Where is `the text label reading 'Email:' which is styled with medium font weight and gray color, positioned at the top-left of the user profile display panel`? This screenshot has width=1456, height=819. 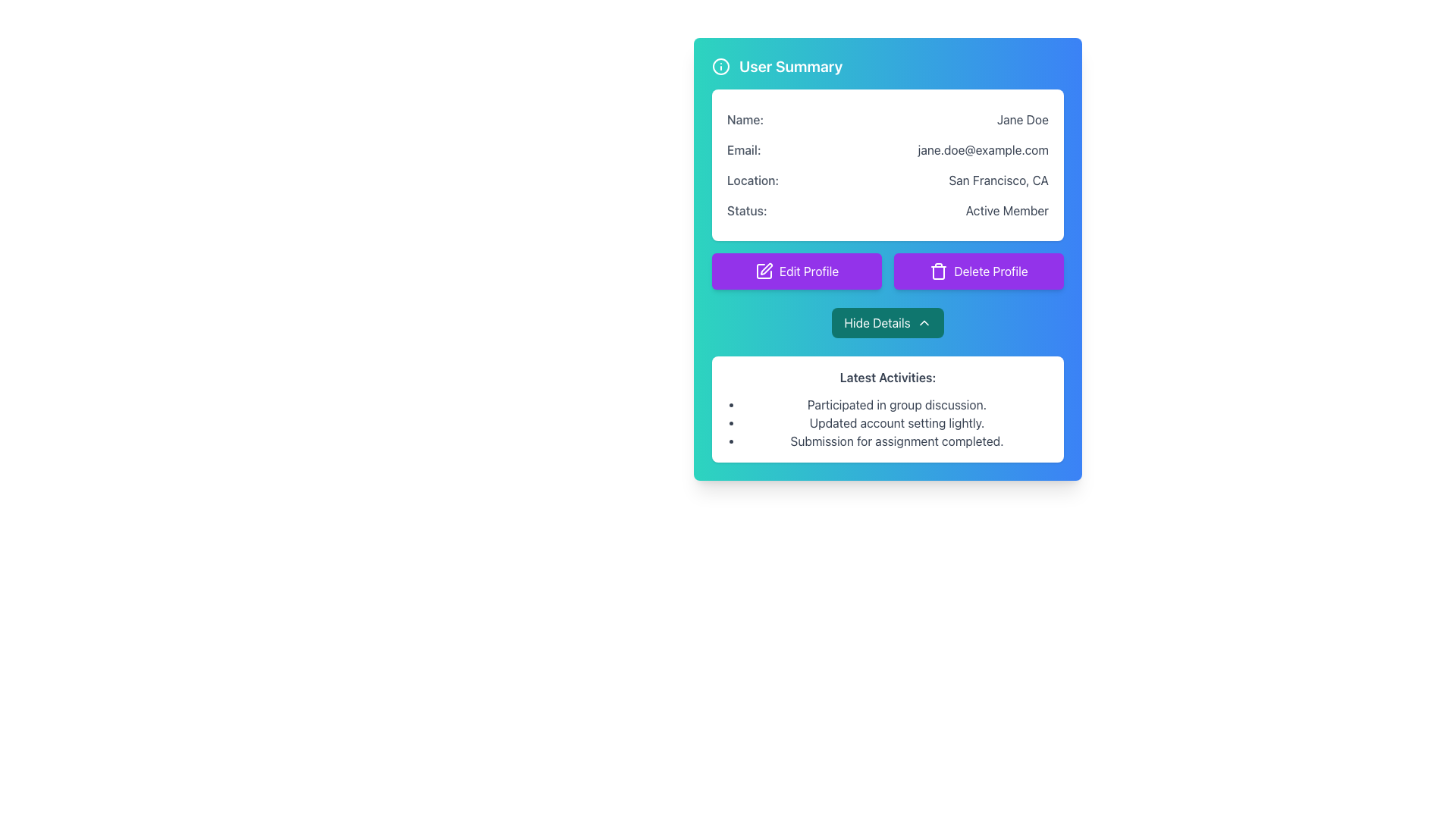 the text label reading 'Email:' which is styled with medium font weight and gray color, positioned at the top-left of the user profile display panel is located at coordinates (744, 149).